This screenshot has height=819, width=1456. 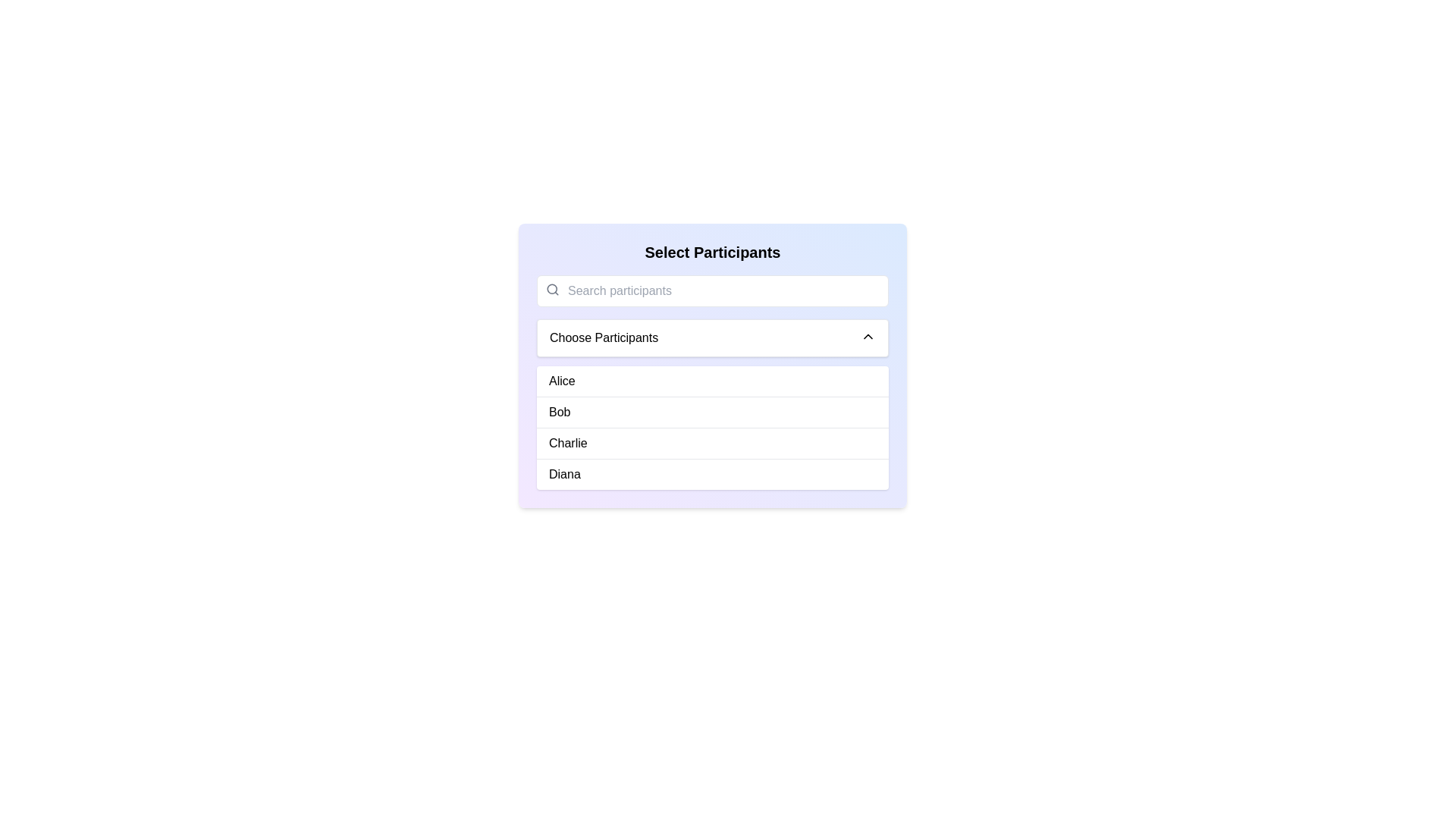 I want to click on the first selectable list entry beneath the 'Choose Participants' dropdown, so click(x=712, y=380).